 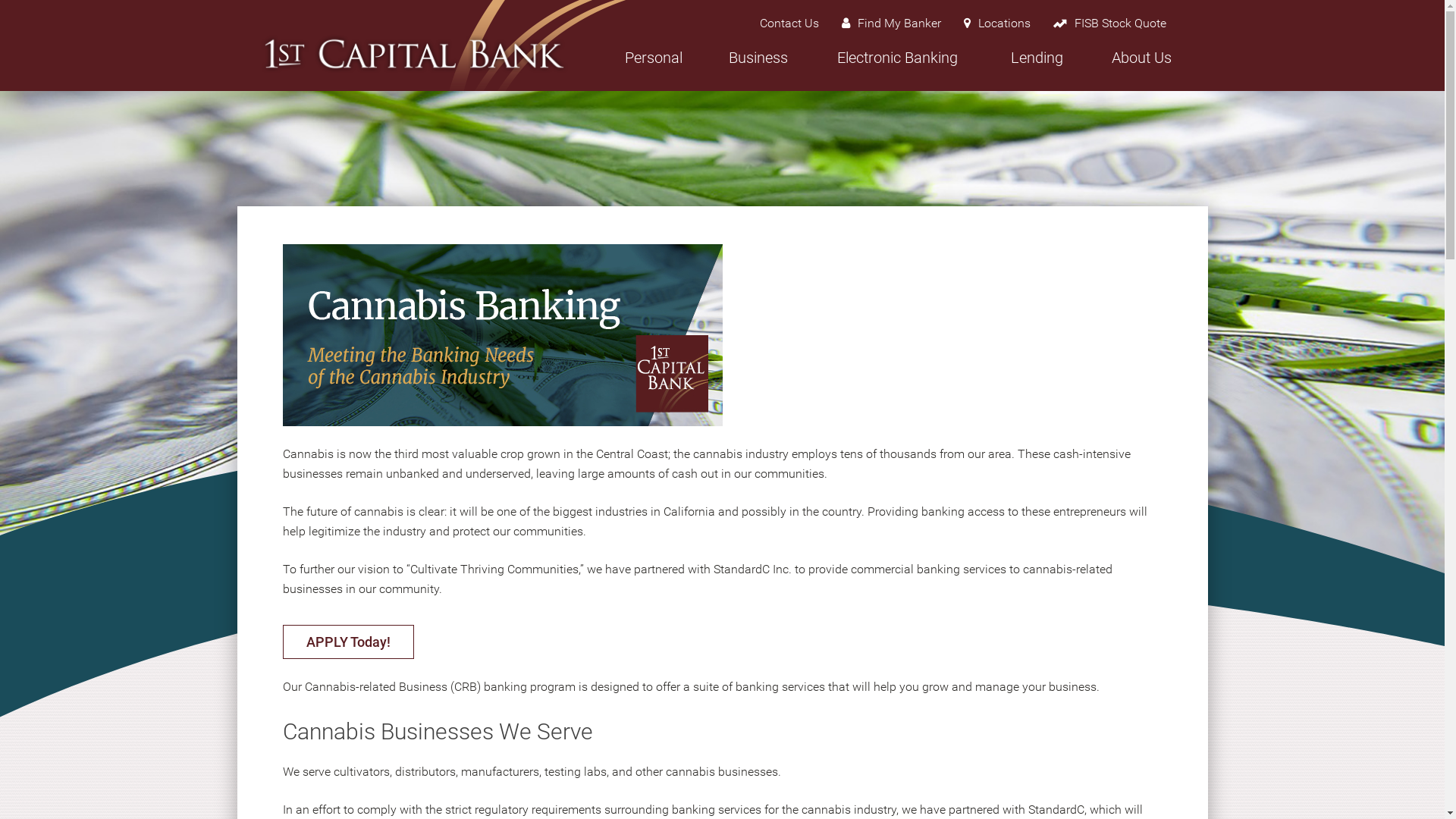 I want to click on 'Personal', so click(x=652, y=65).